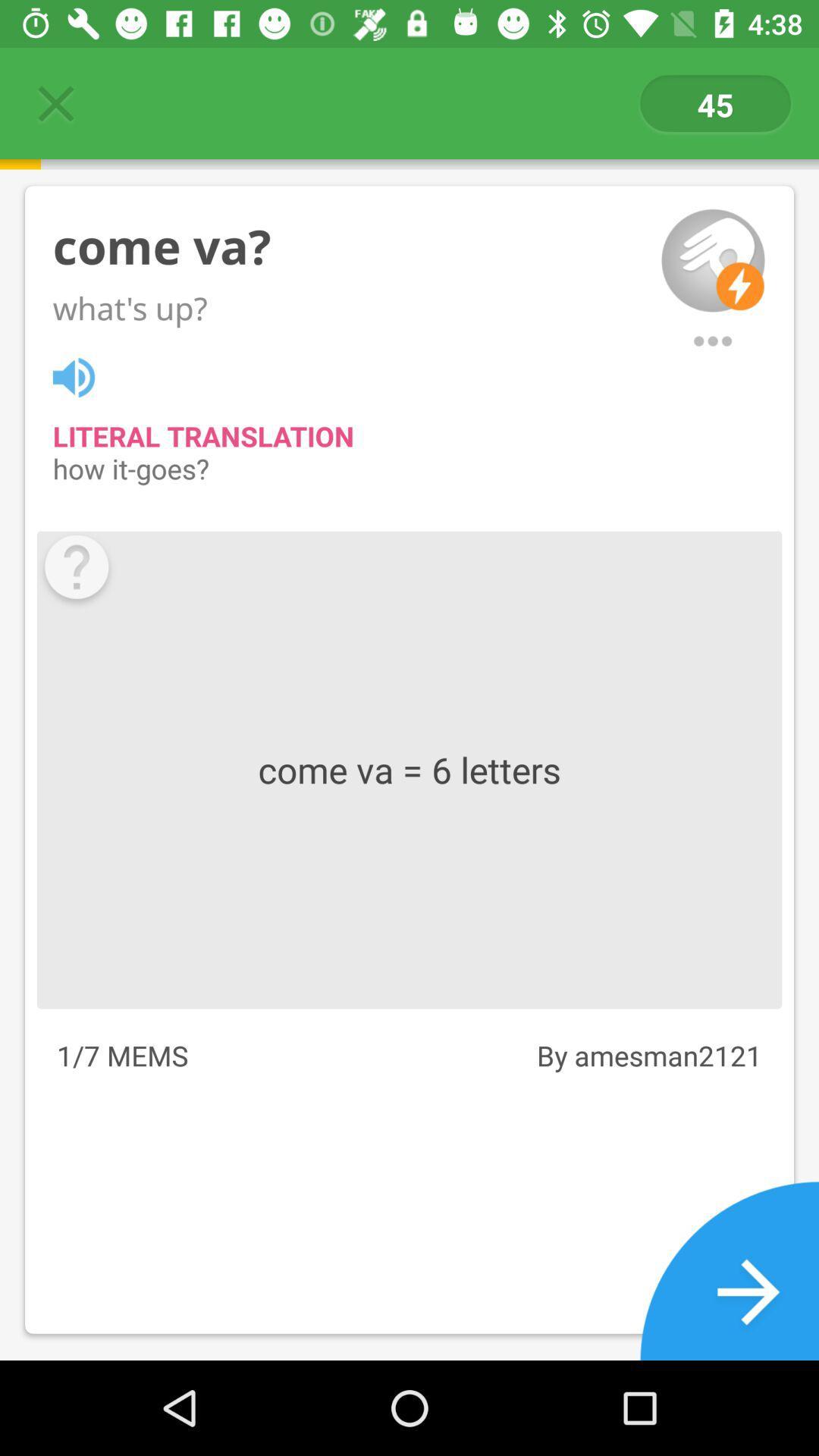 The width and height of the screenshot is (819, 1456). I want to click on search, so click(713, 340).